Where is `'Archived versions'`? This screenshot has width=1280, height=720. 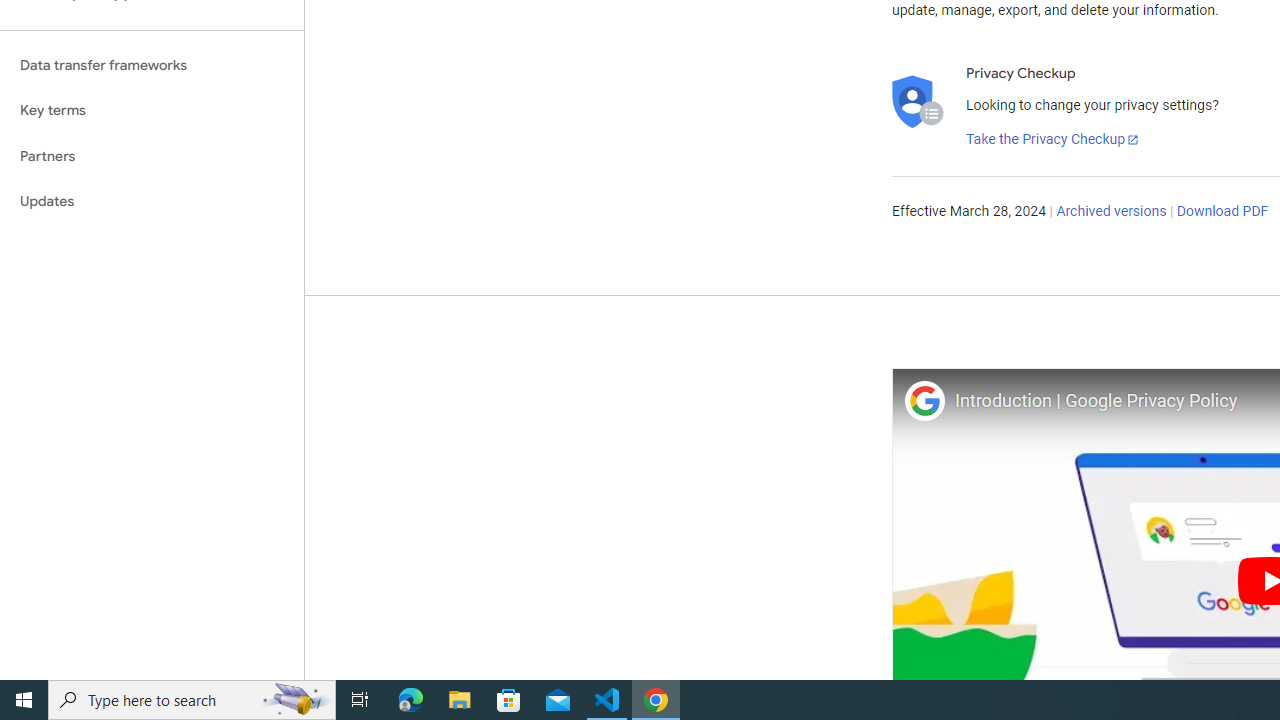
'Archived versions' is located at coordinates (1110, 212).